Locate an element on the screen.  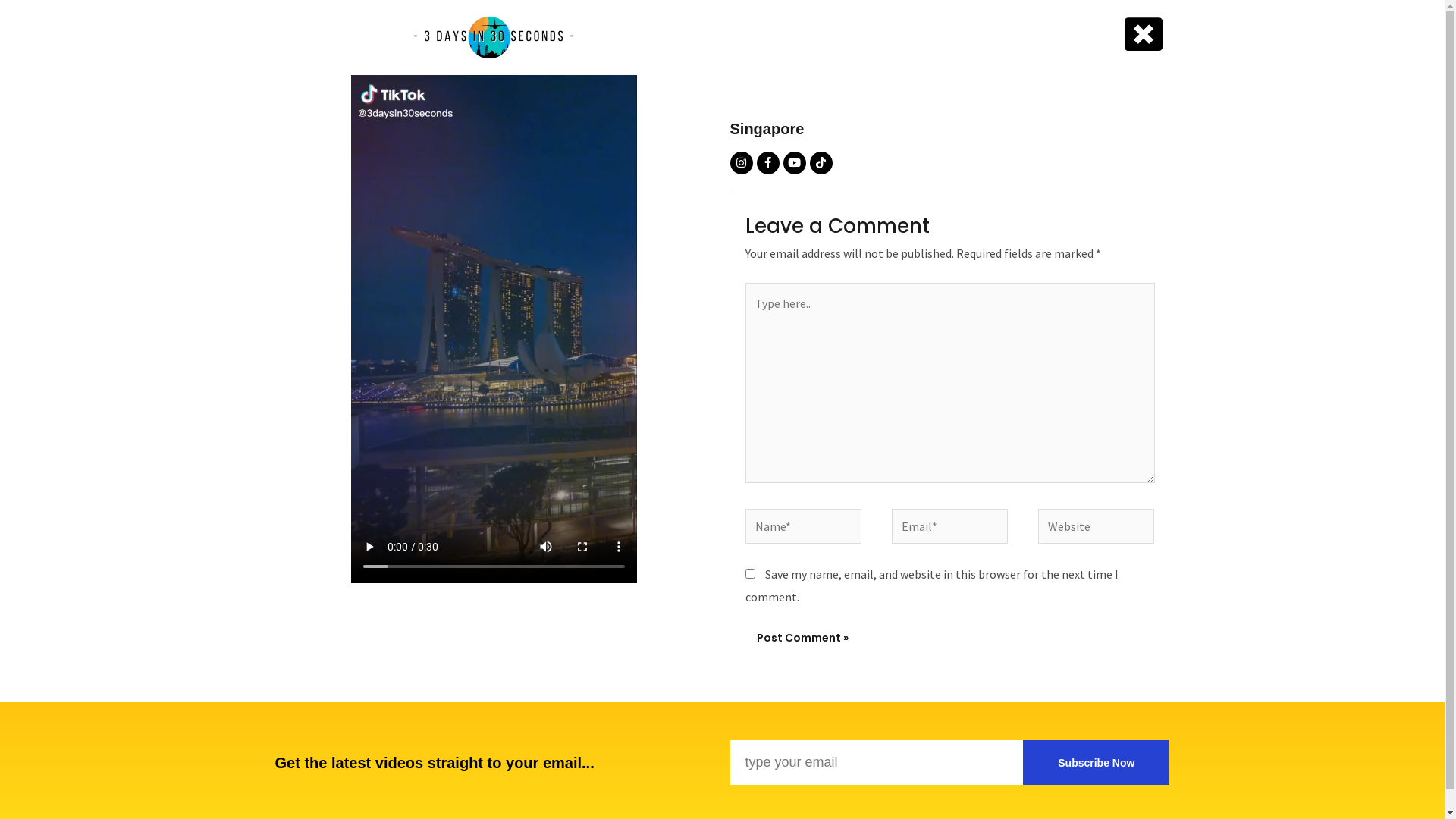
'Facebook-f' is located at coordinates (767, 163).